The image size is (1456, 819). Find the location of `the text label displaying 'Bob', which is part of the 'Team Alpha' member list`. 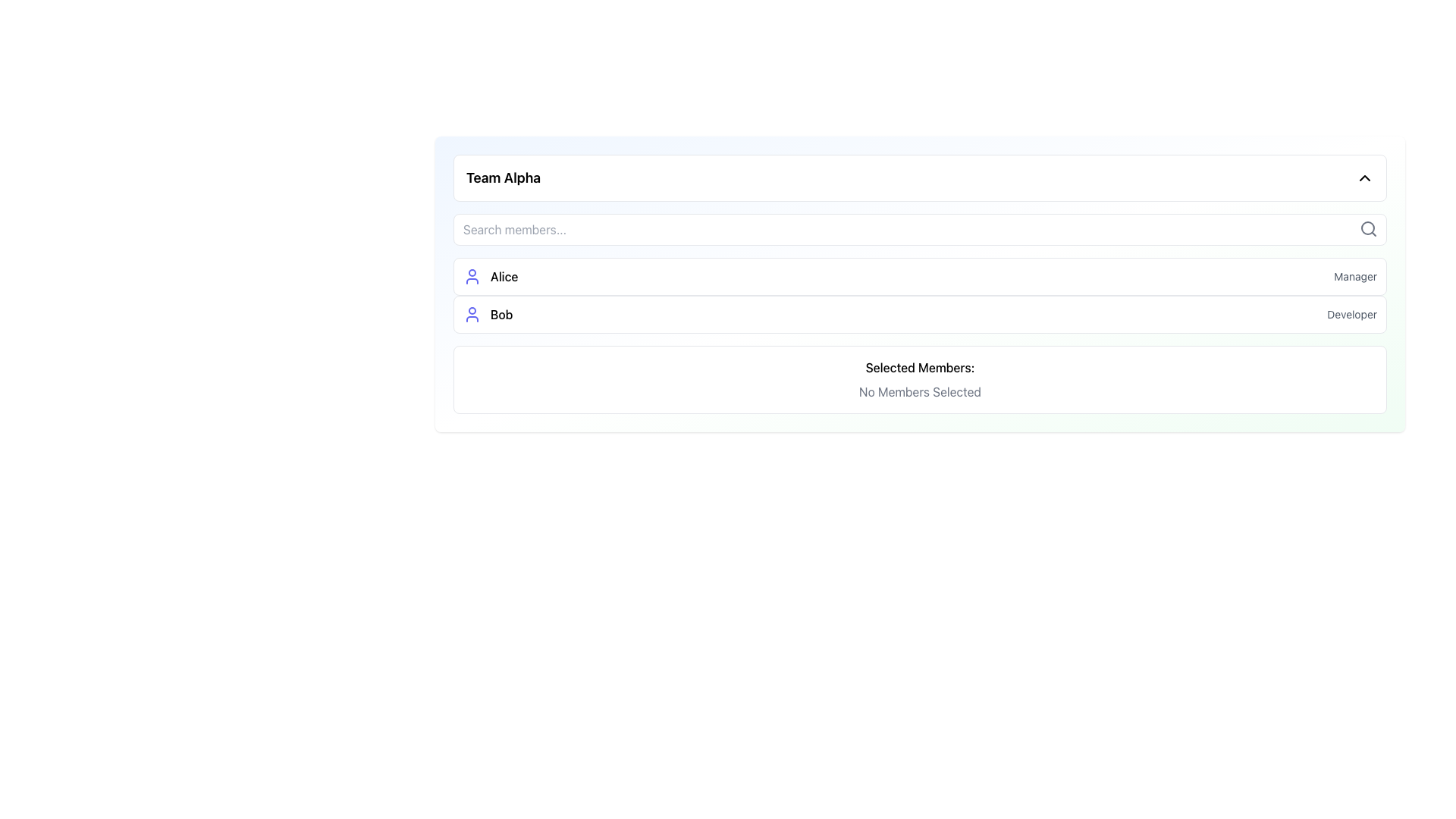

the text label displaying 'Bob', which is part of the 'Team Alpha' member list is located at coordinates (501, 314).